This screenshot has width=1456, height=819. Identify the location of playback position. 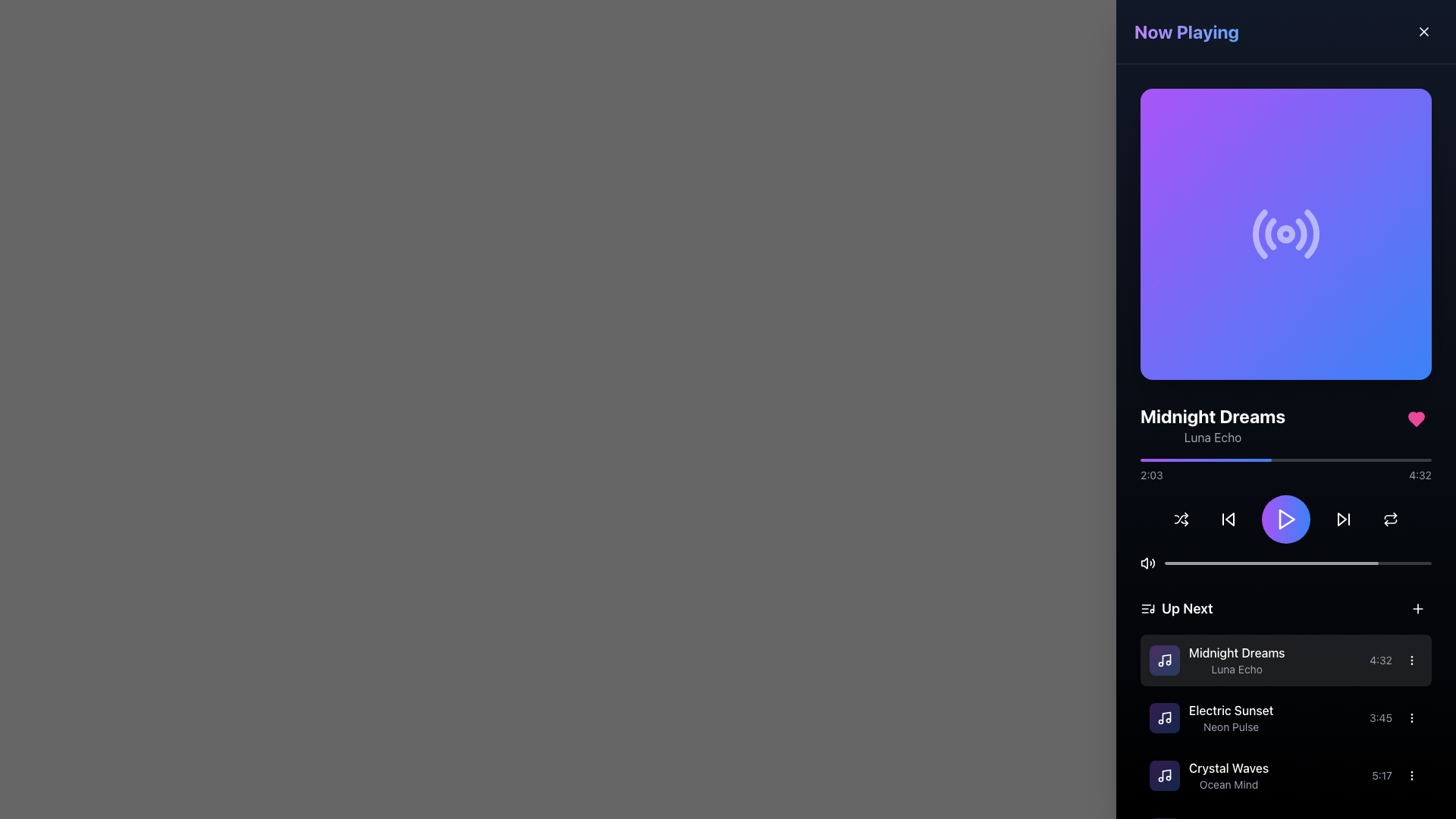
(1191, 563).